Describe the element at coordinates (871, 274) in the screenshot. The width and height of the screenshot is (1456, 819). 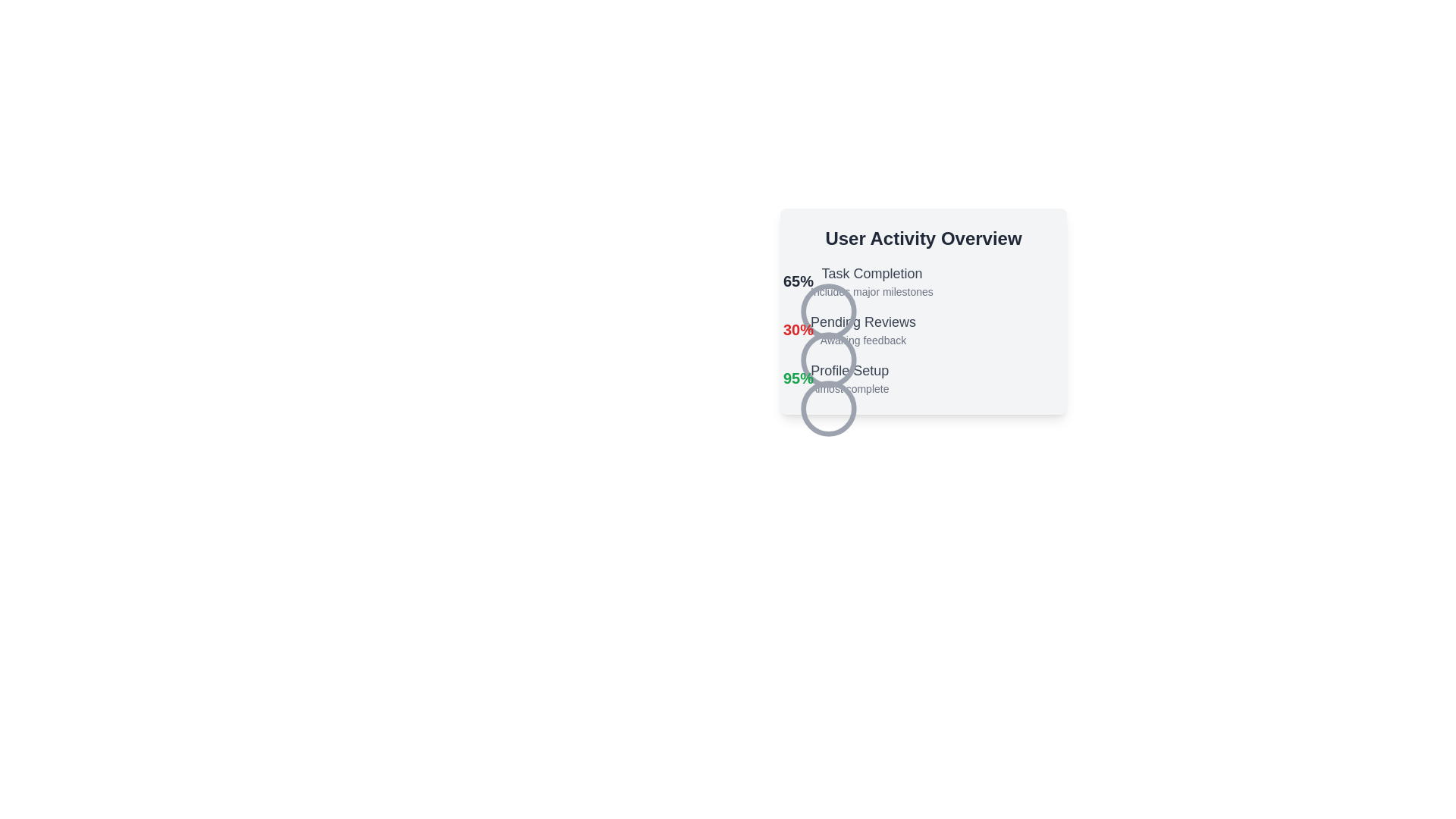
I see `the Text Label that describes the section for task completions, located above the description text 'Includes major milestones' in the 'User Activity Overview' section` at that location.